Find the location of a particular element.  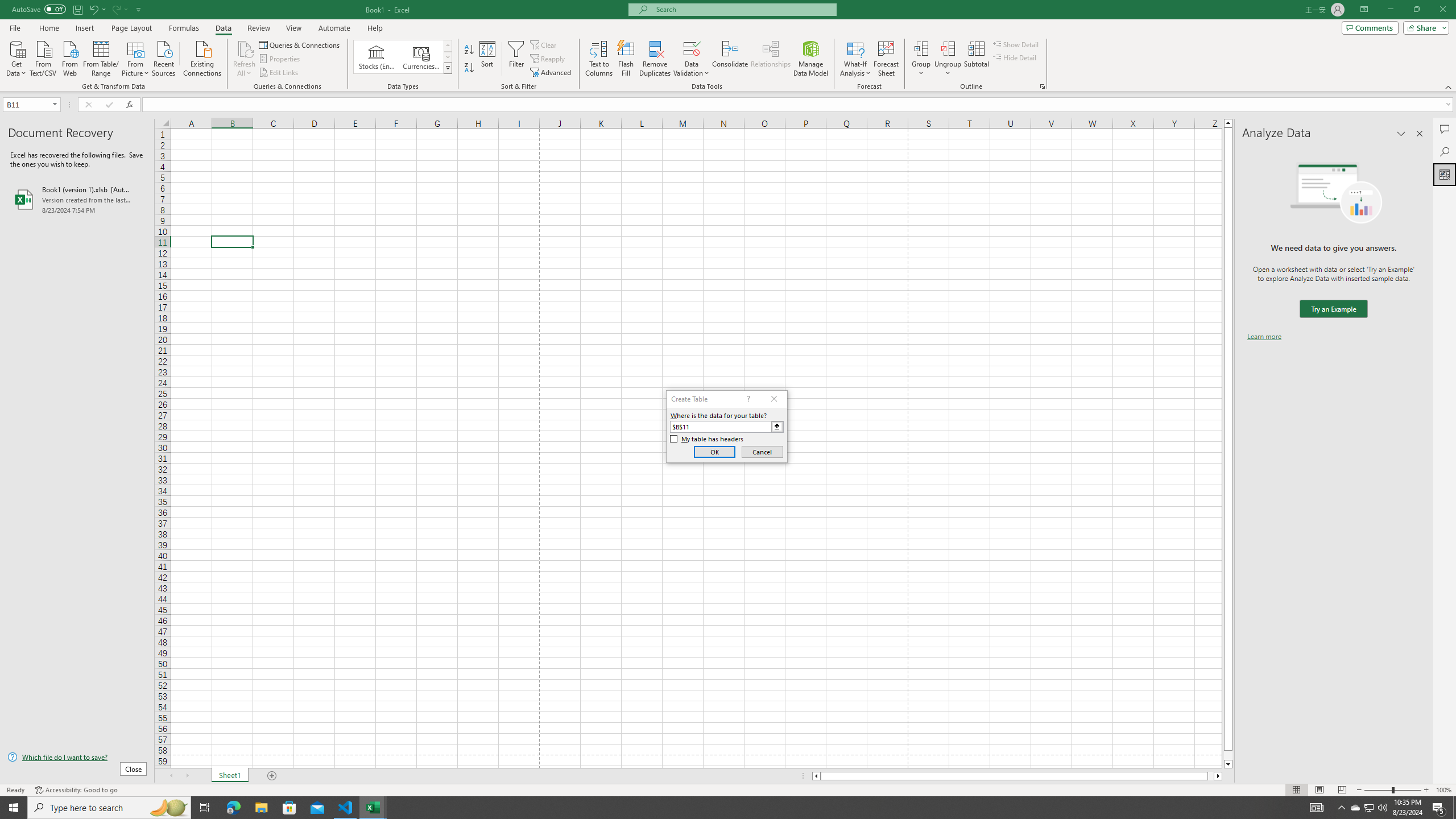

'Name Box' is located at coordinates (27, 104).